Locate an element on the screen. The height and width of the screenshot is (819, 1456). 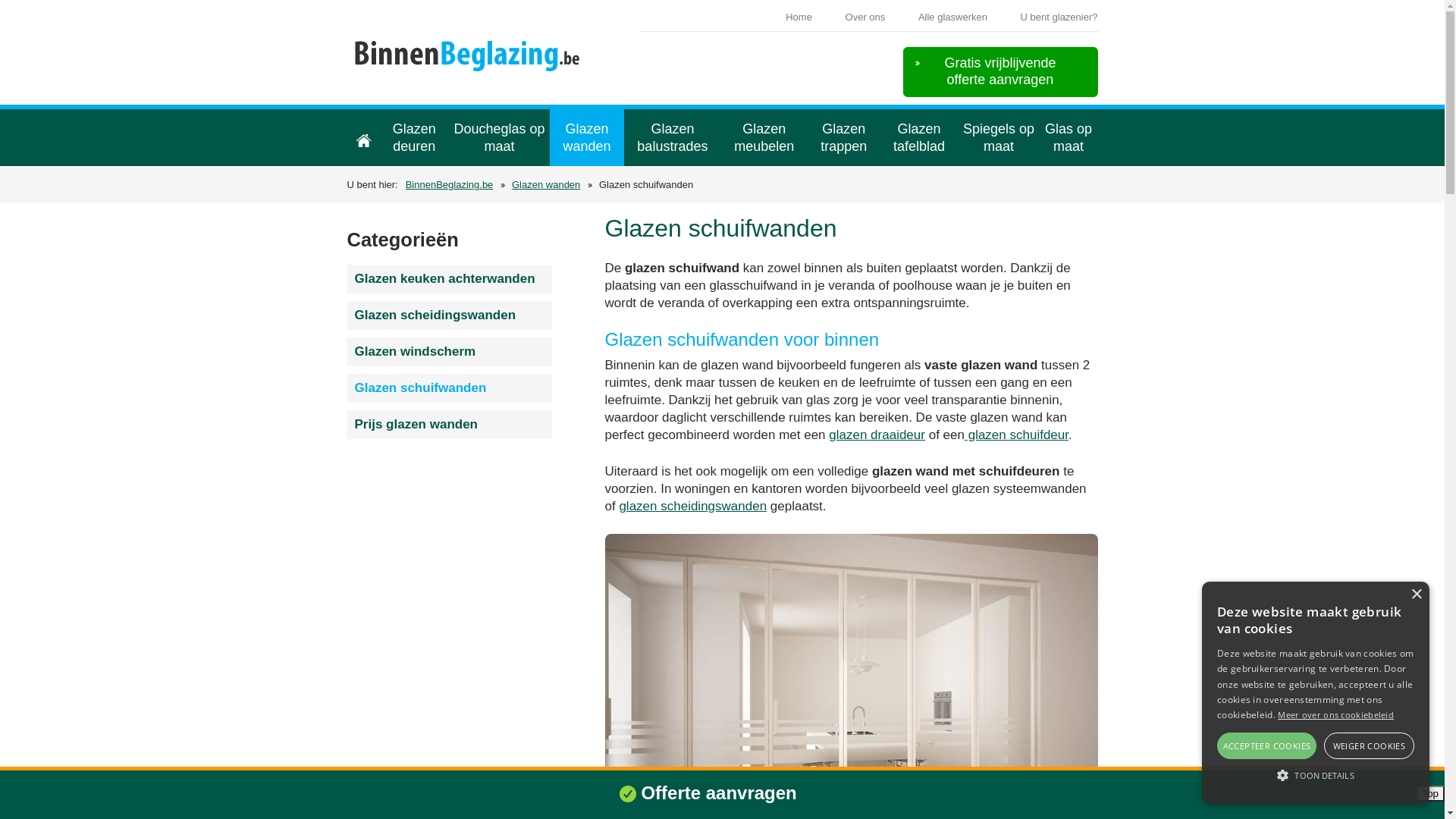
'Glazen balustrades' is located at coordinates (672, 137).